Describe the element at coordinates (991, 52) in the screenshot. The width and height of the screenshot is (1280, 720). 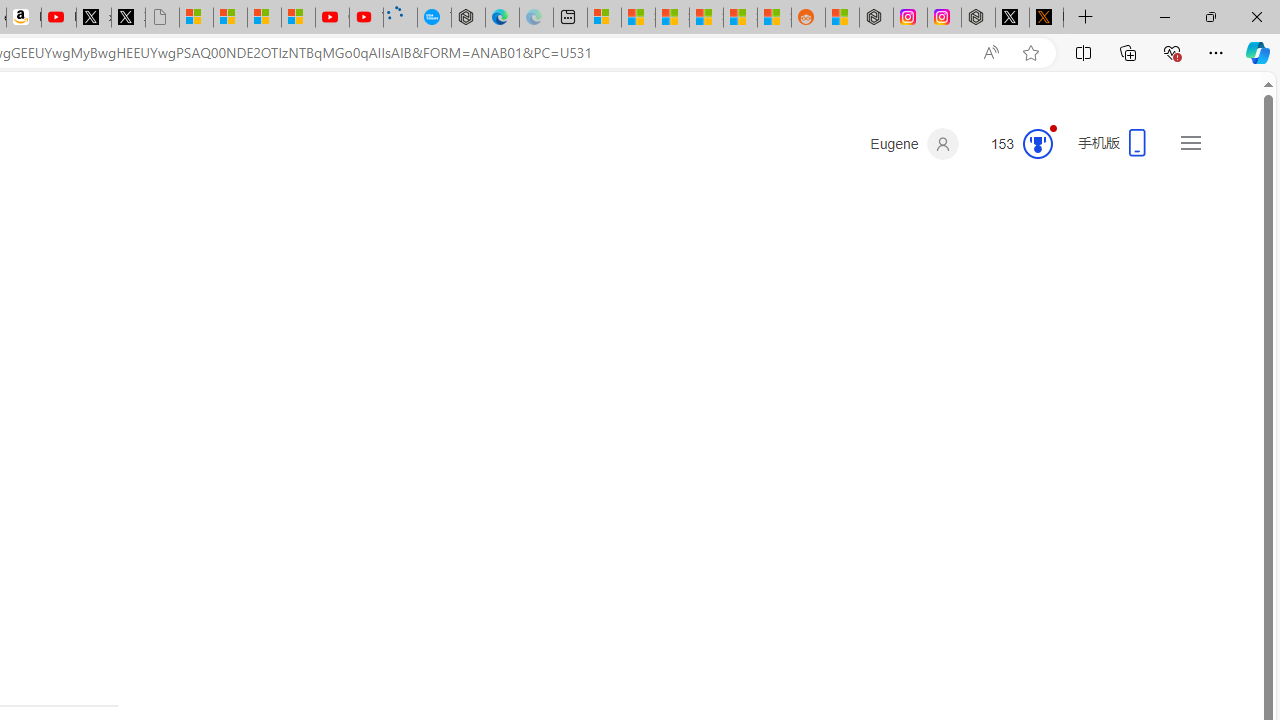
I see `'Read aloud this page (Ctrl+Shift+U)'` at that location.